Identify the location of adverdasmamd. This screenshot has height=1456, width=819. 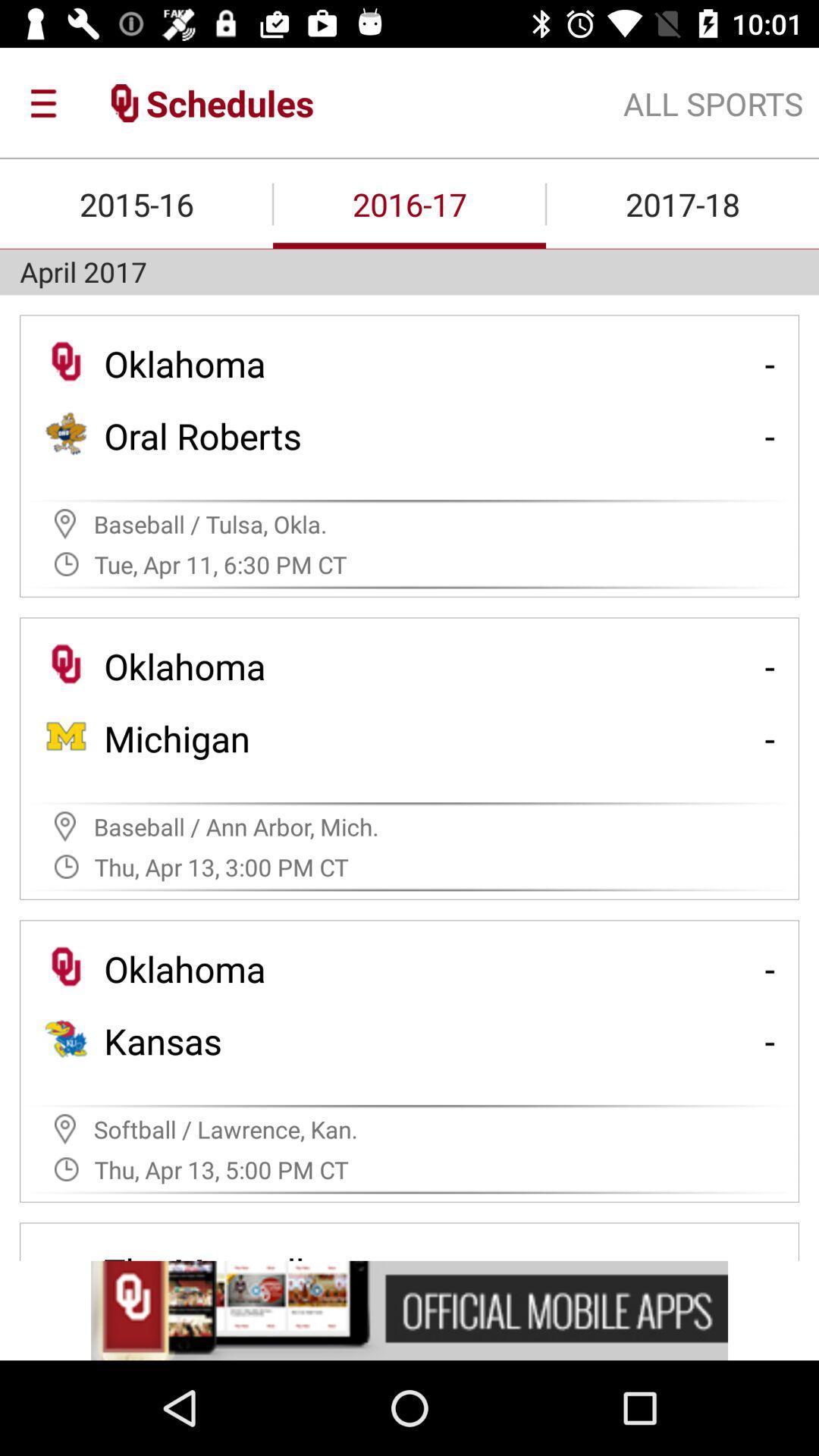
(409, 1310).